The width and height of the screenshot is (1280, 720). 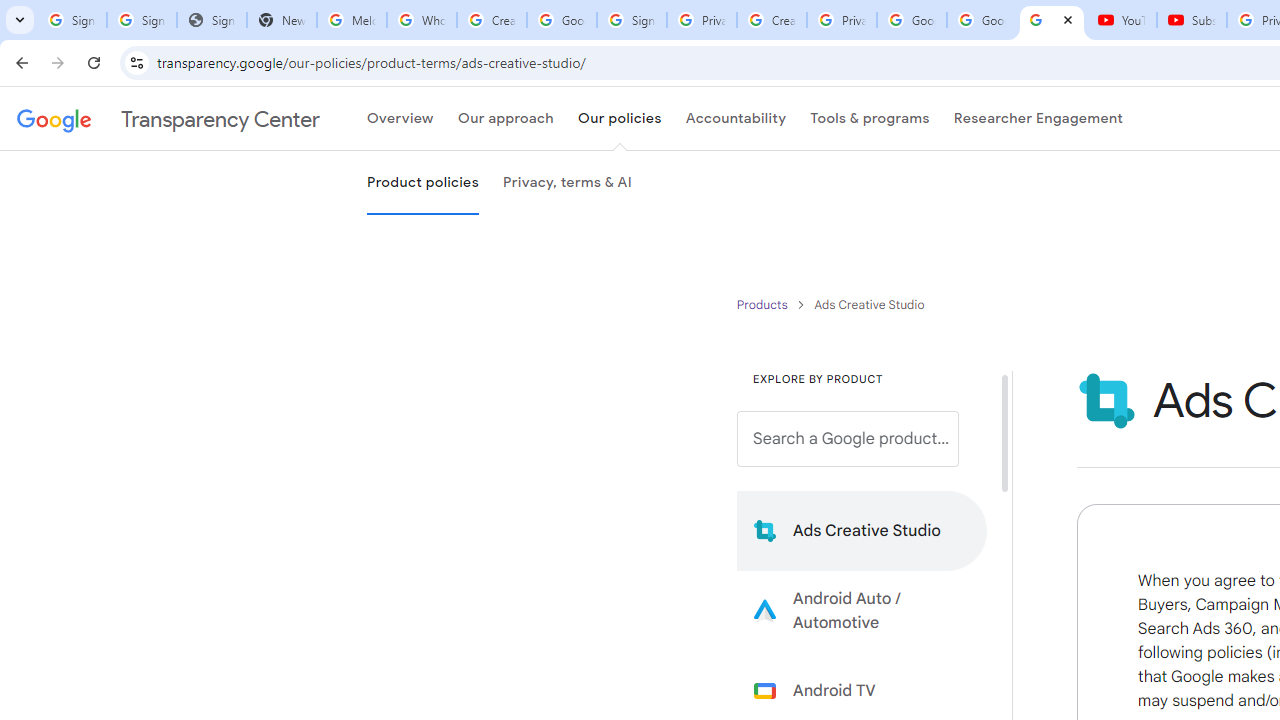 What do you see at coordinates (630, 20) in the screenshot?
I see `'Sign in - Google Accounts'` at bounding box center [630, 20].